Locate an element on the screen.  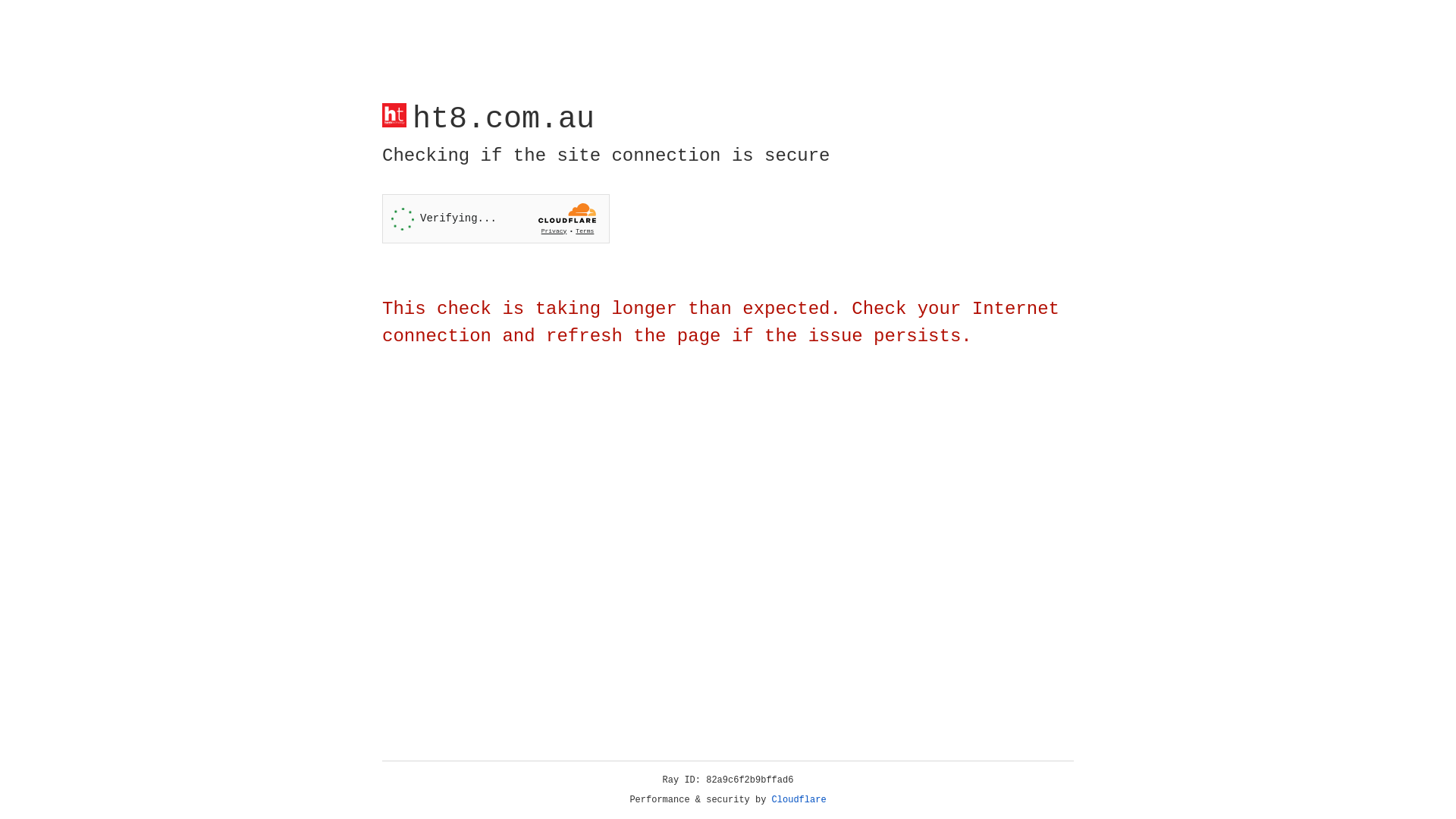
'Cloudflare' is located at coordinates (799, 799).